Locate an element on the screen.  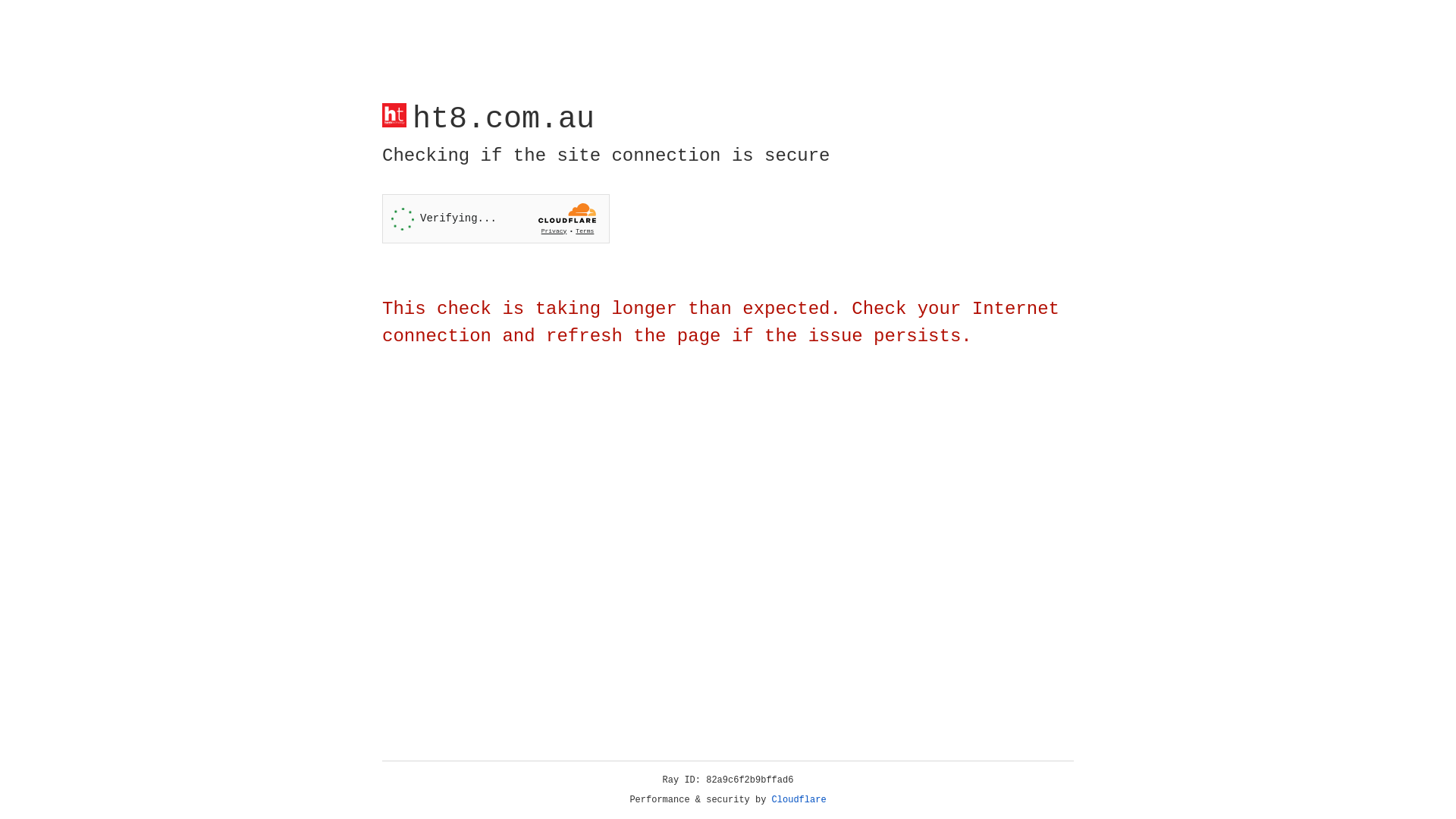
'Cloudflare' is located at coordinates (799, 799).